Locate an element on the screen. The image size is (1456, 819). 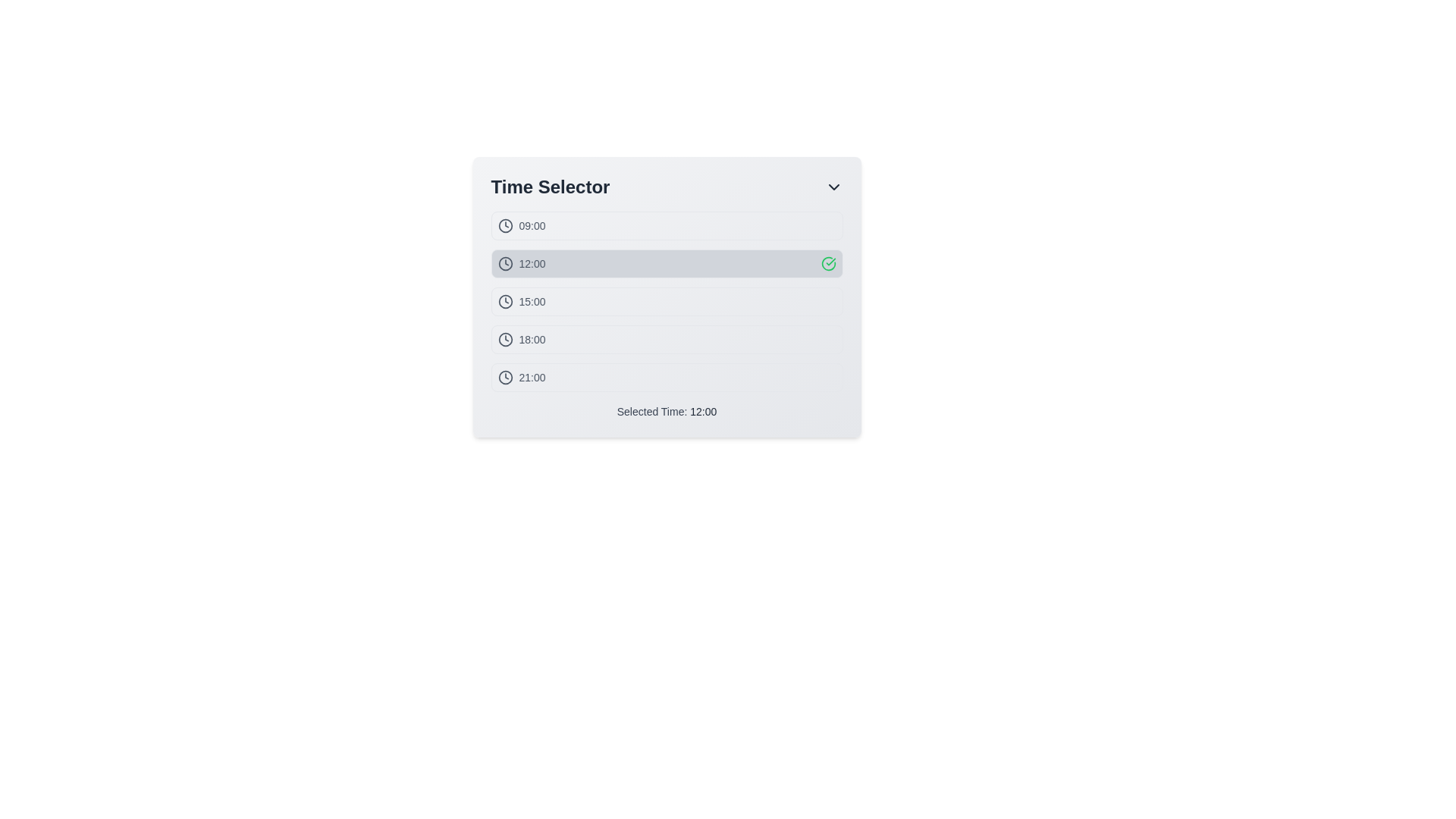
the time option icon representing '12:00' is located at coordinates (505, 262).